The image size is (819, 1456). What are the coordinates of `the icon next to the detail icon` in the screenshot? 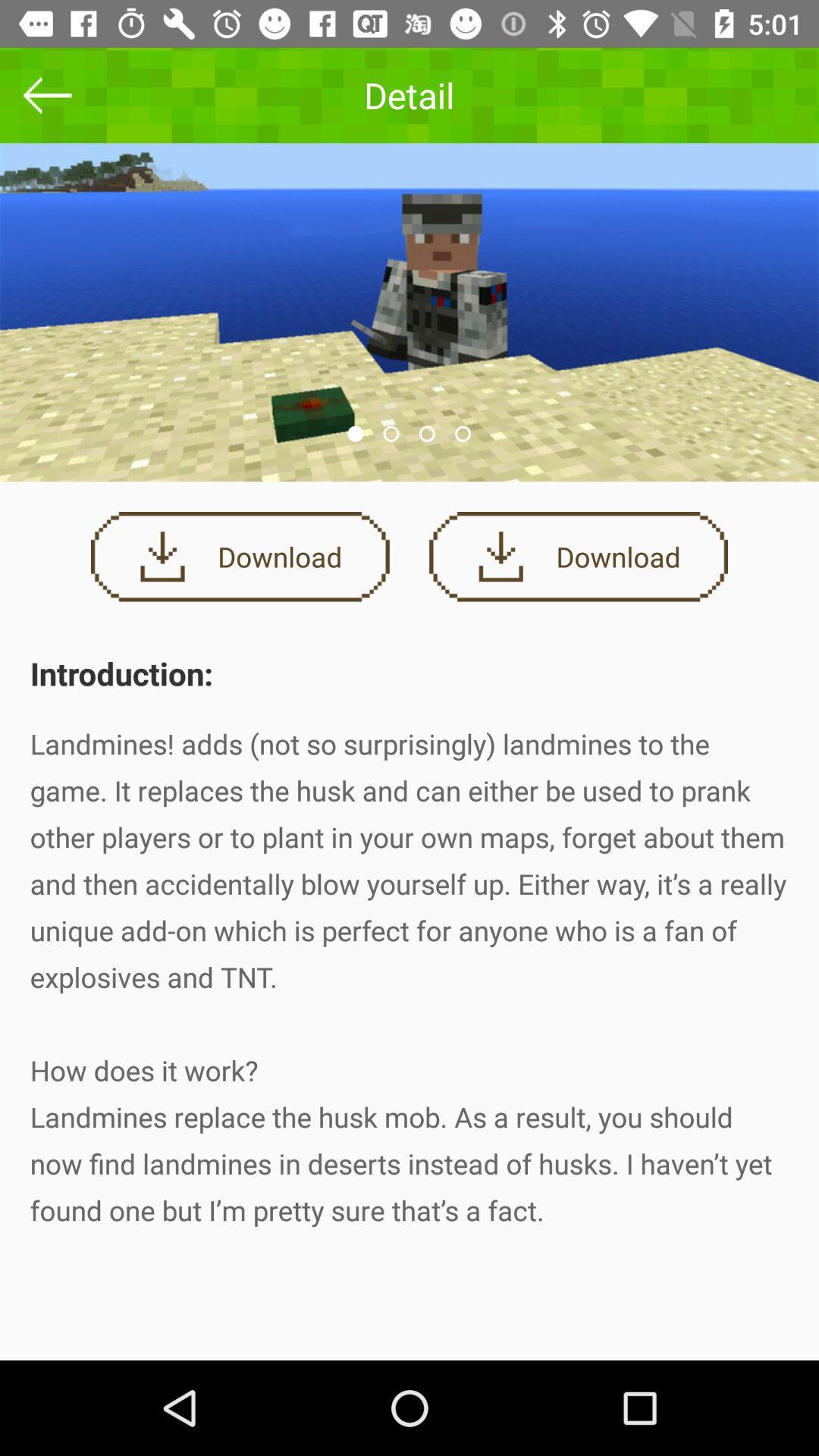 It's located at (46, 94).